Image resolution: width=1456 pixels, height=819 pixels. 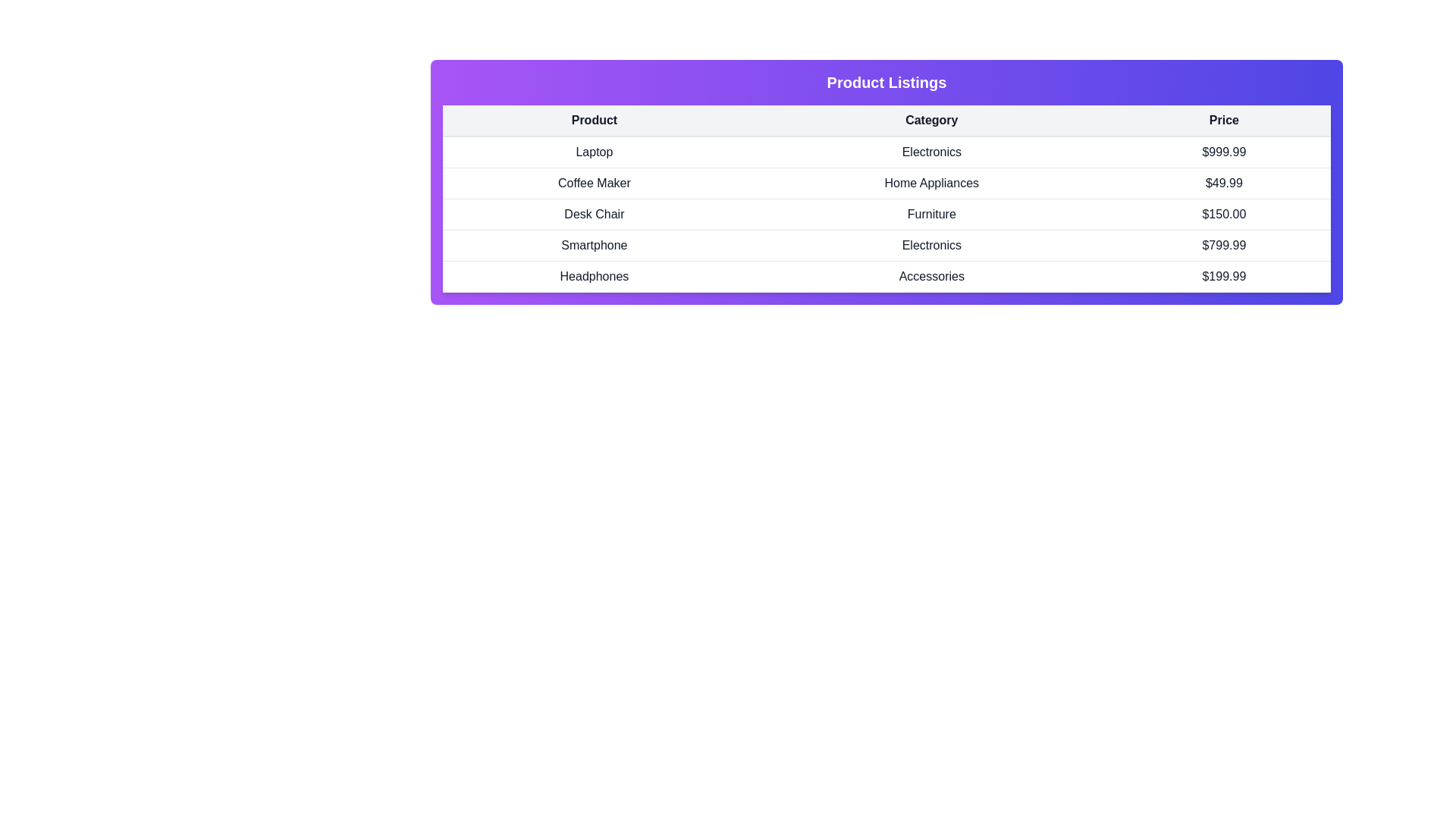 I want to click on the text label displaying 'Smartphone' located in the fourth row of the table under the 'Product' column, so click(x=593, y=245).